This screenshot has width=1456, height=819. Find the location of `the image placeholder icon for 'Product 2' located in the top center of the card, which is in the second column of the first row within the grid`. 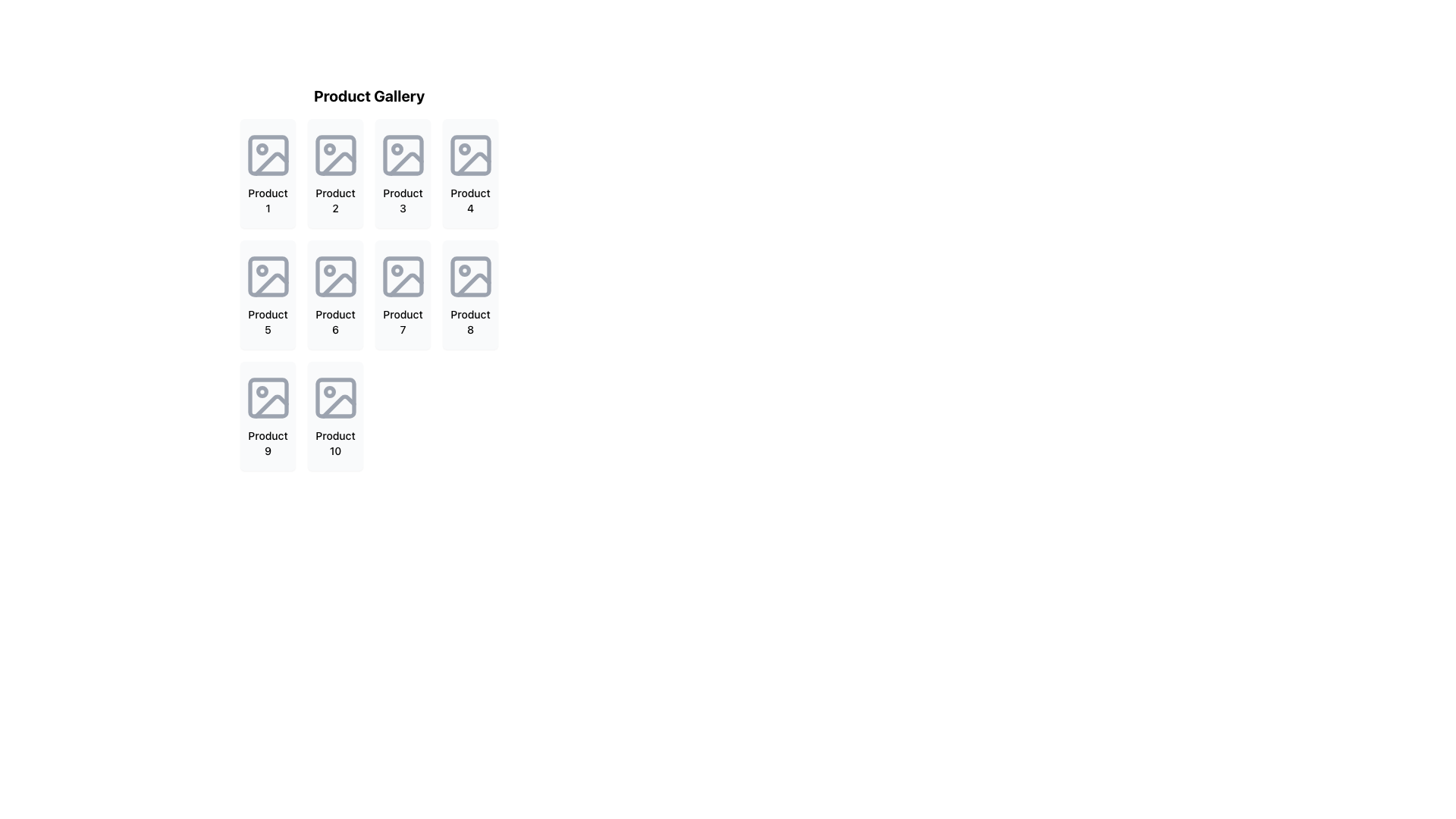

the image placeholder icon for 'Product 2' located in the top center of the card, which is in the second column of the first row within the grid is located at coordinates (334, 155).